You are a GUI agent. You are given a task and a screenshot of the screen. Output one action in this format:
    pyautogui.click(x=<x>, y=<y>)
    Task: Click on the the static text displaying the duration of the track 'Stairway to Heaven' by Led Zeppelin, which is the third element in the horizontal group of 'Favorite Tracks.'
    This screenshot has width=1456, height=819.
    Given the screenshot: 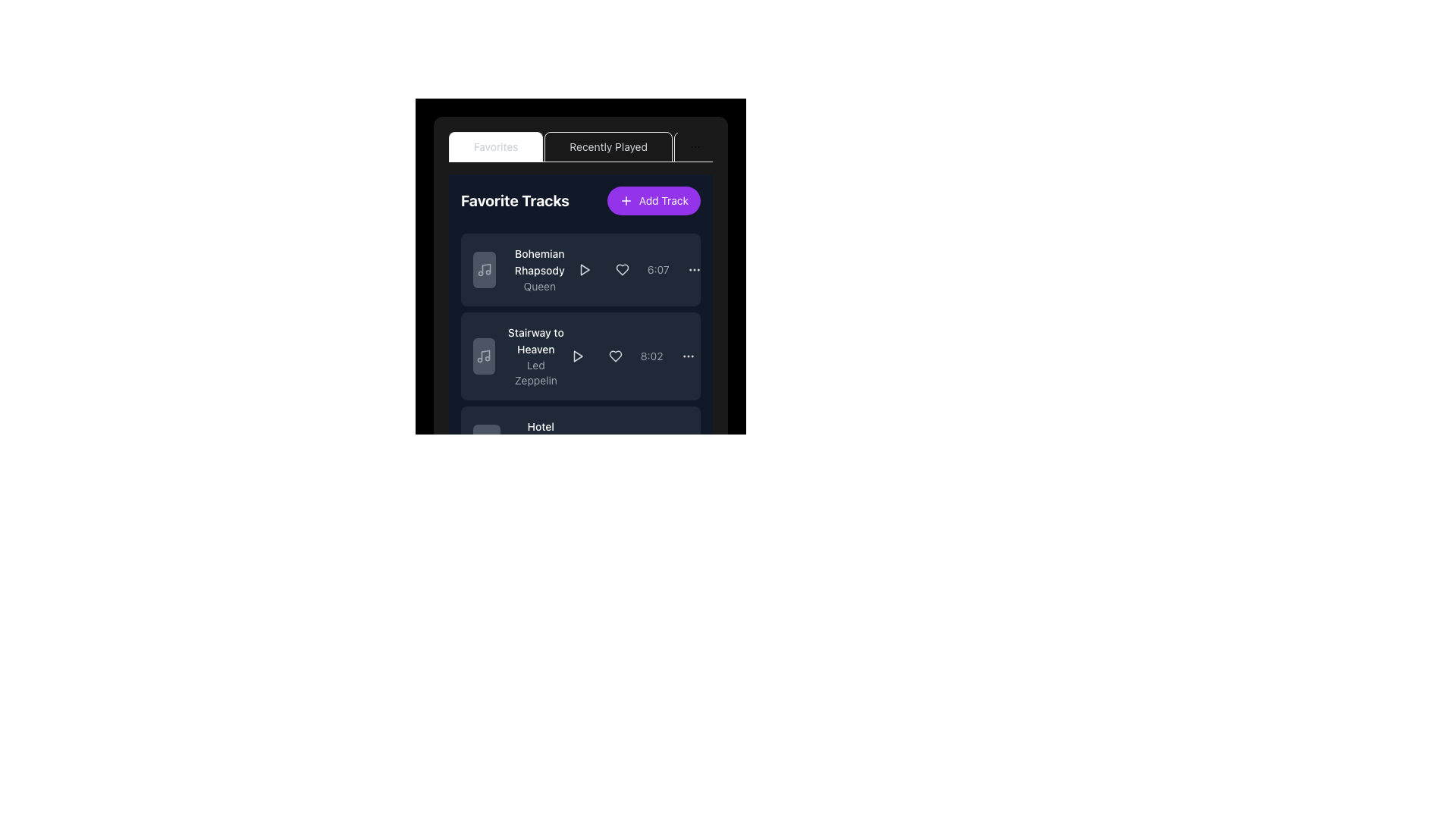 What is the action you would take?
    pyautogui.click(x=632, y=356)
    